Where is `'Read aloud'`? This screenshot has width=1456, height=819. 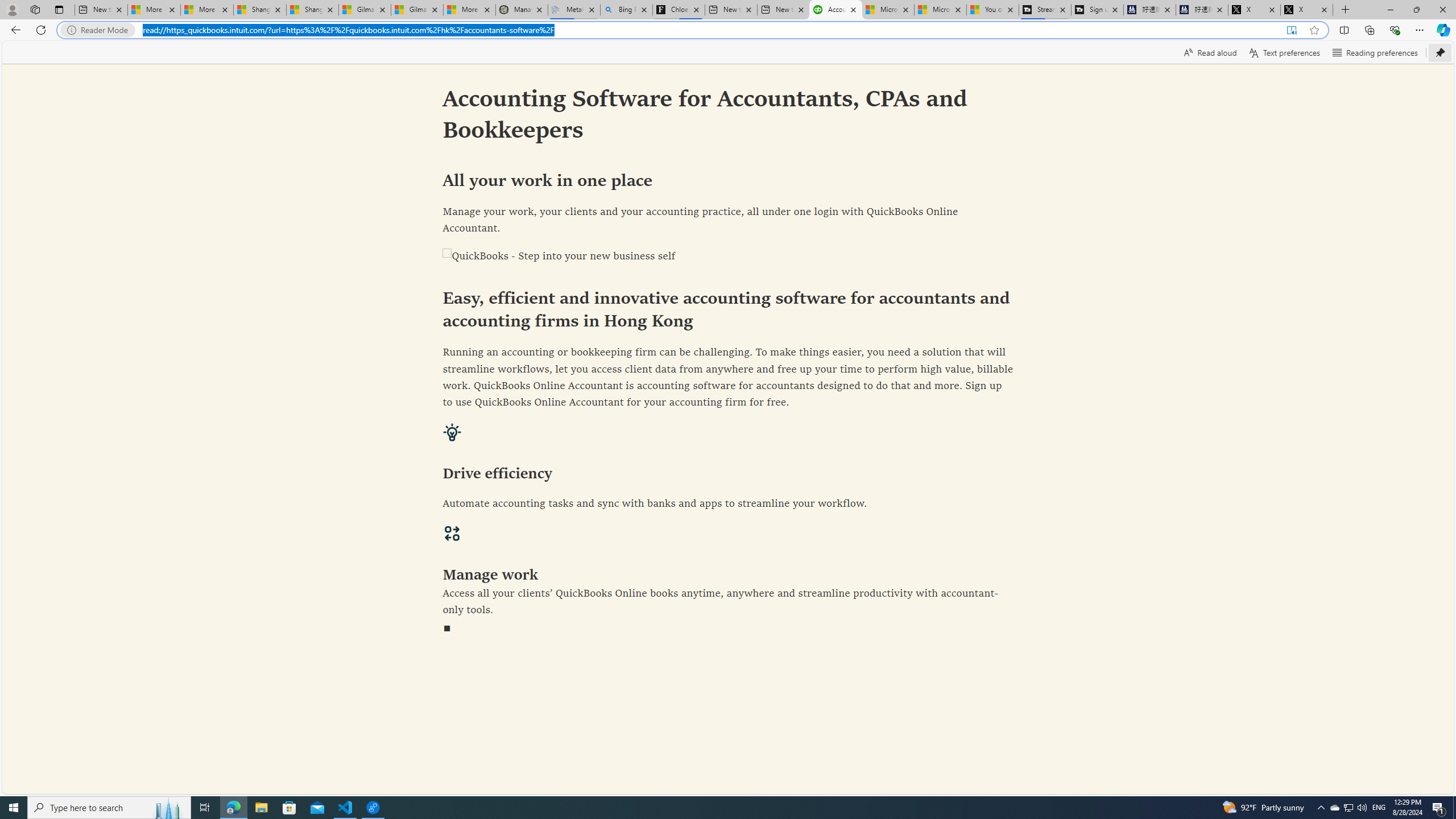 'Read aloud' is located at coordinates (1210, 52).